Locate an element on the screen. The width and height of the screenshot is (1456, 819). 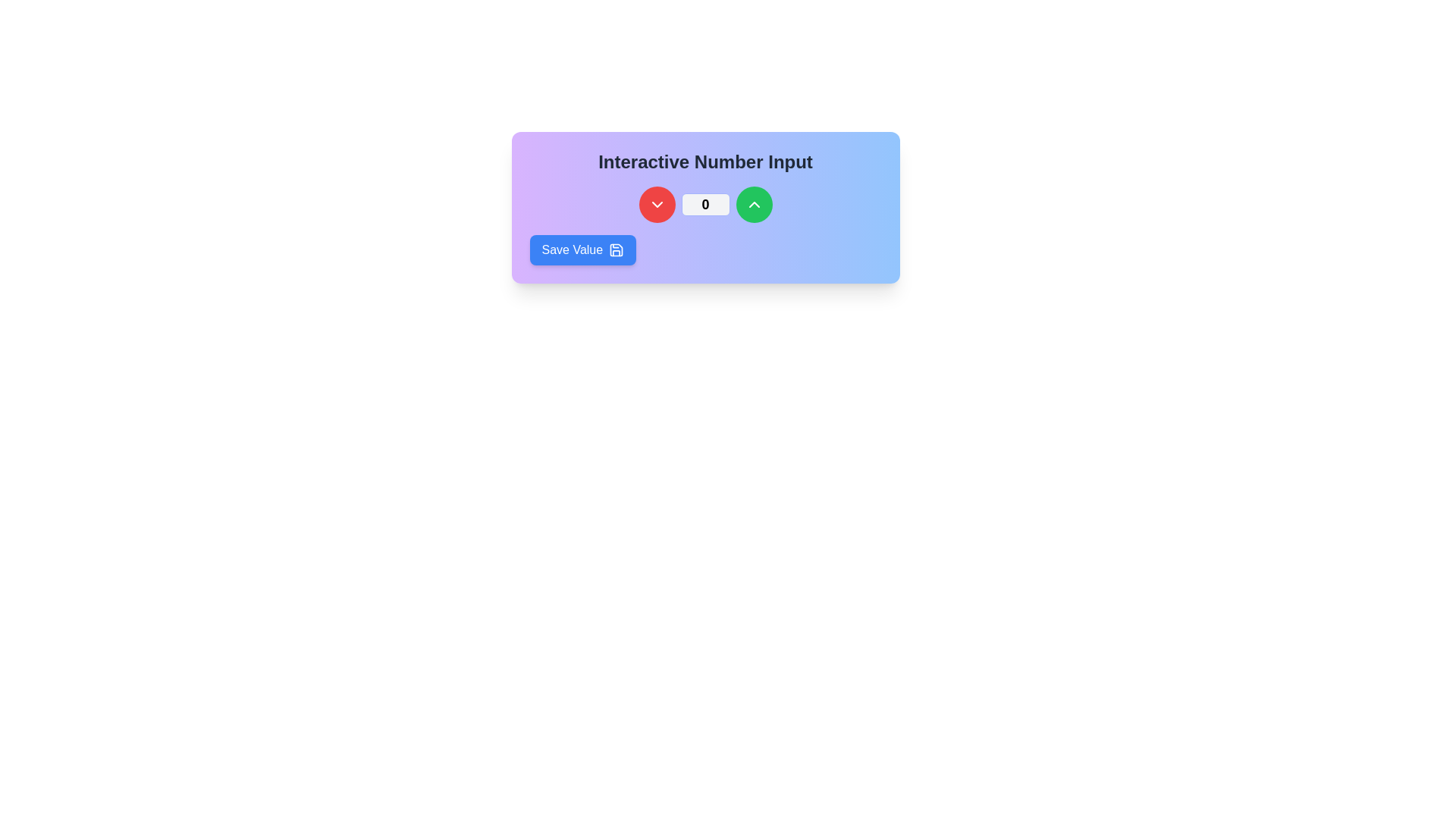
the circular green button with a white upward chevron icon to increment the numeric input is located at coordinates (754, 205).